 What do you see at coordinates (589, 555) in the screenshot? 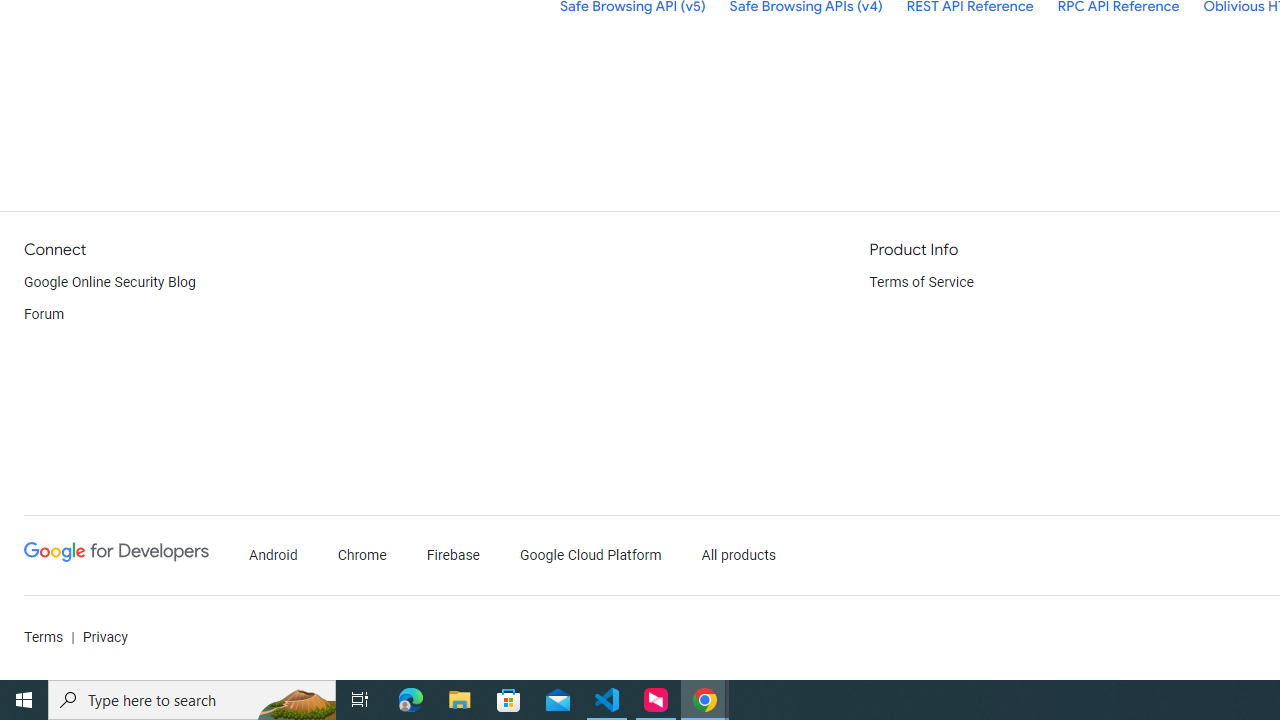
I see `'Google Cloud Platform'` at bounding box center [589, 555].